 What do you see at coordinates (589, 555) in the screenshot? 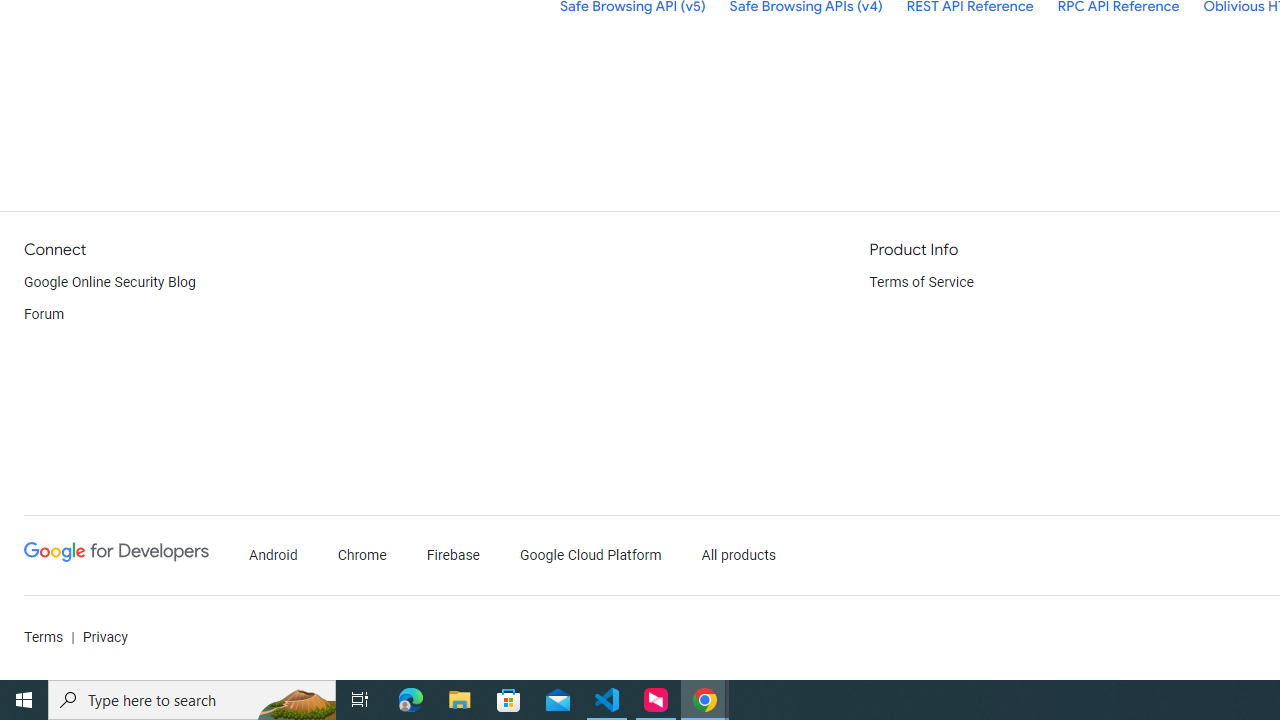
I see `'Google Cloud Platform'` at bounding box center [589, 555].